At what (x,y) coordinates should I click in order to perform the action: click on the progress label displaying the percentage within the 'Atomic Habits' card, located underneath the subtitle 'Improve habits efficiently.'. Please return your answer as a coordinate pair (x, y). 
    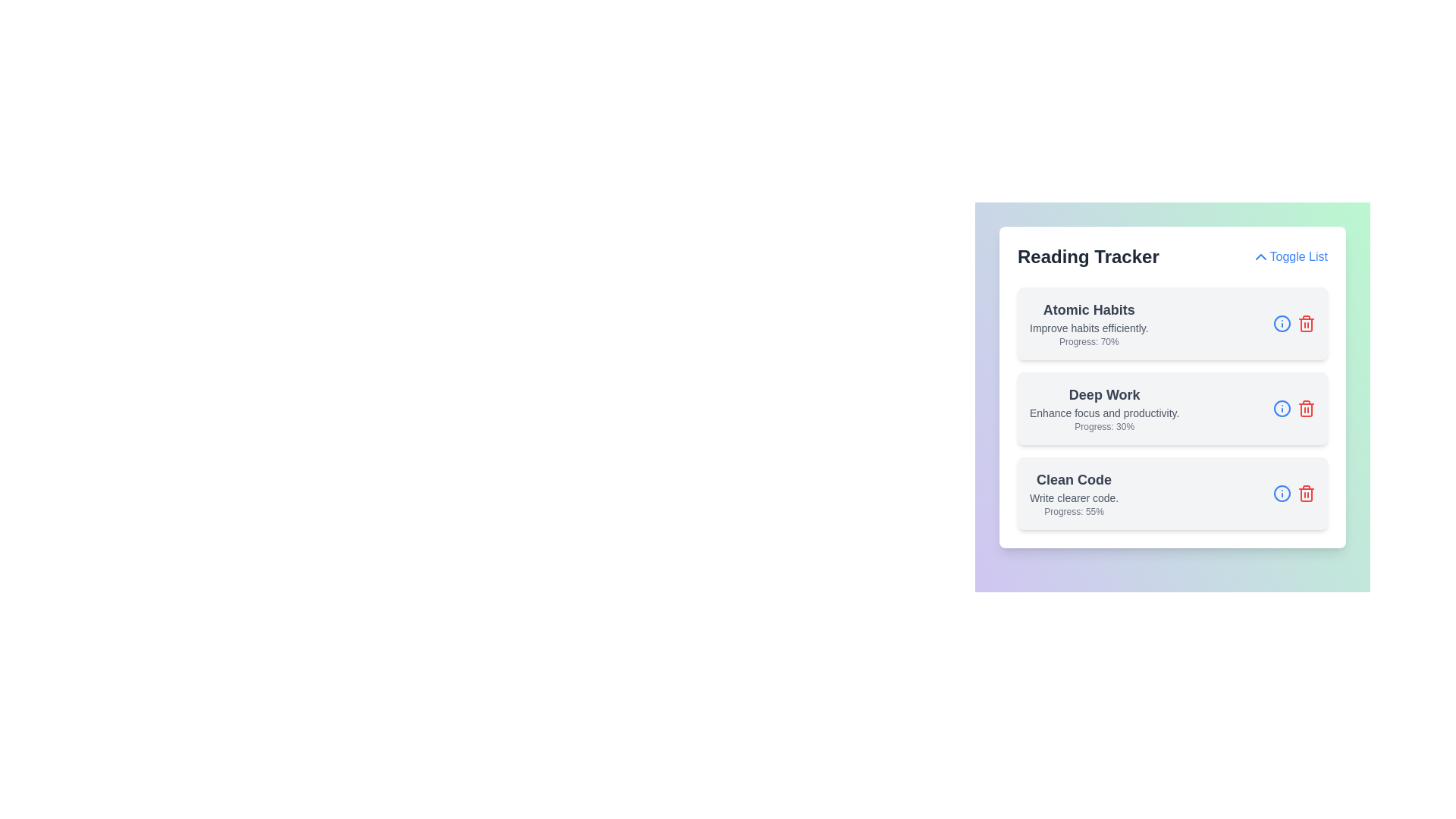
    Looking at the image, I should click on (1088, 342).